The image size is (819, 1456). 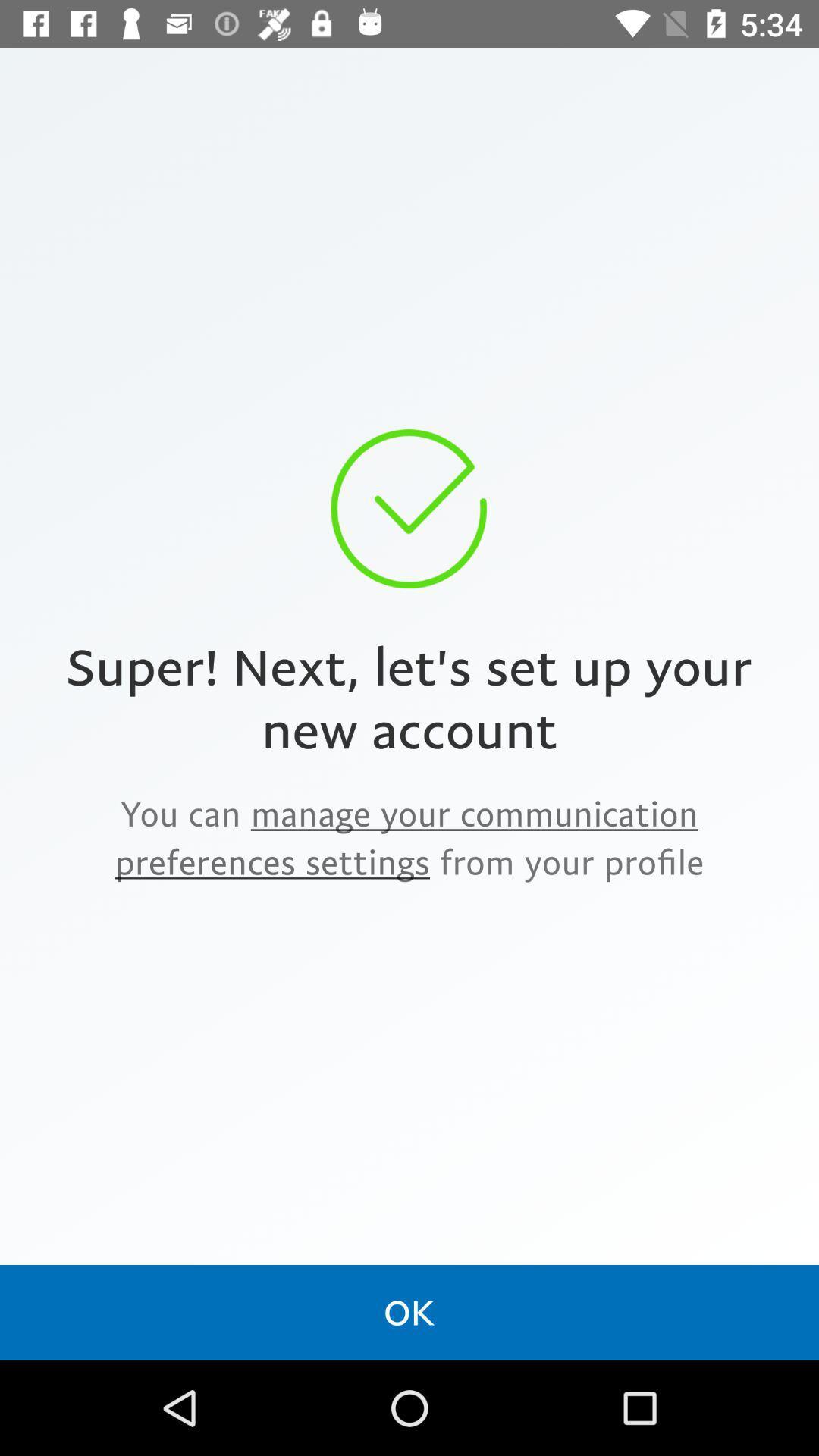 What do you see at coordinates (409, 836) in the screenshot?
I see `the item below super next let icon` at bounding box center [409, 836].